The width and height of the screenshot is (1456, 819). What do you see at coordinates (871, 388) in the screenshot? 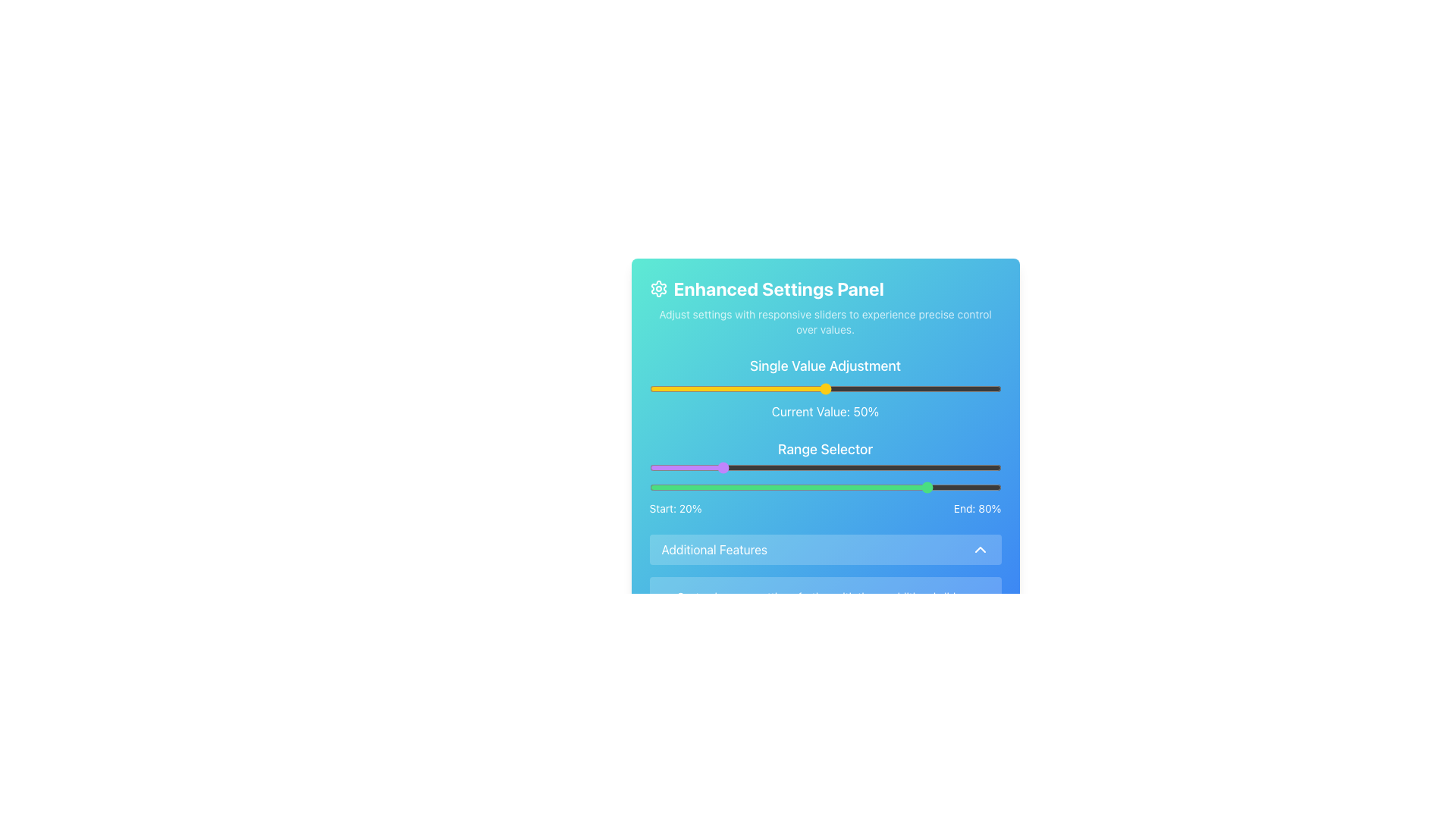
I see `the slider value` at bounding box center [871, 388].